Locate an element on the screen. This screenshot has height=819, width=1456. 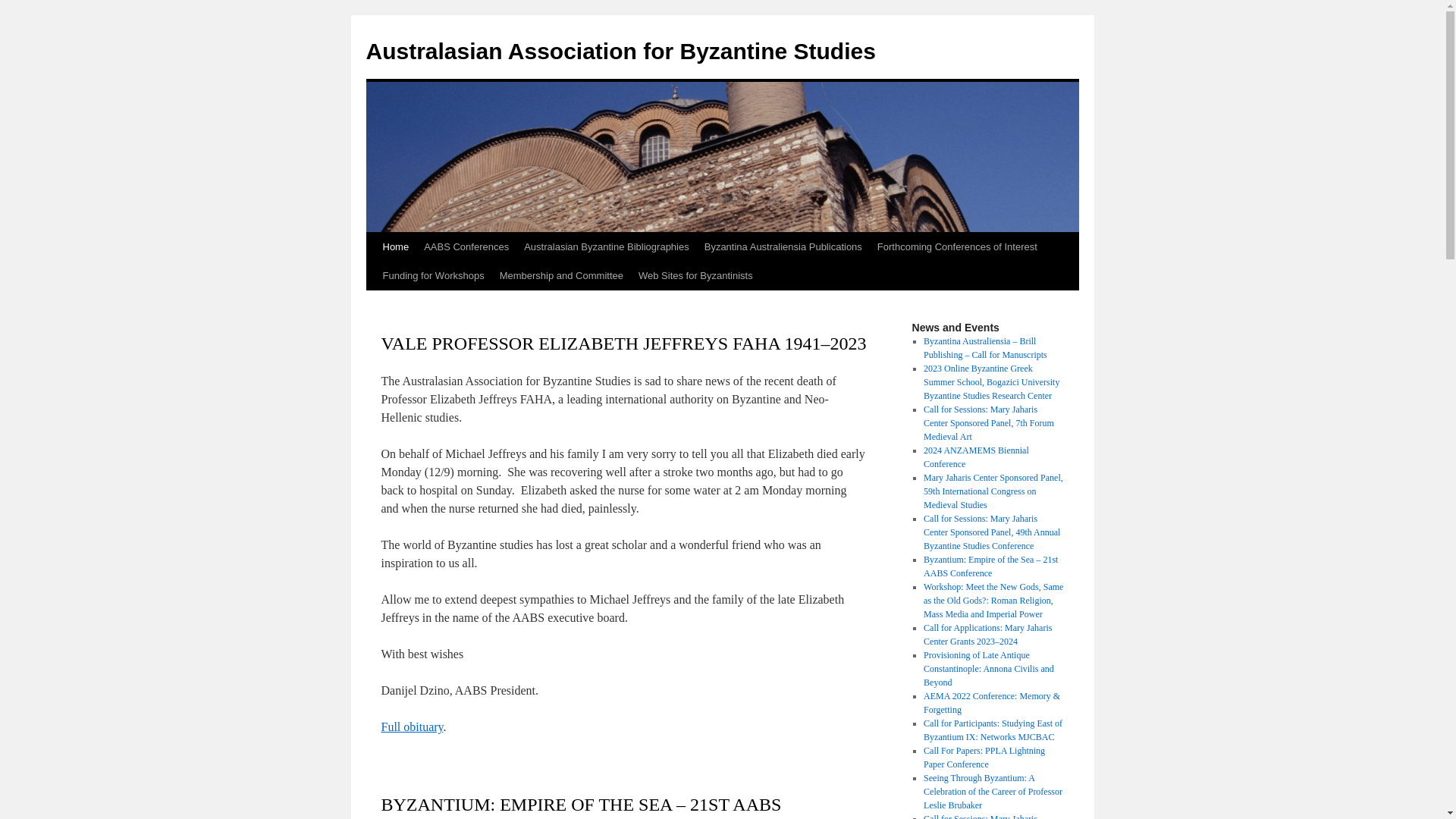
'Funding for Workshops' is located at coordinates (375, 275).